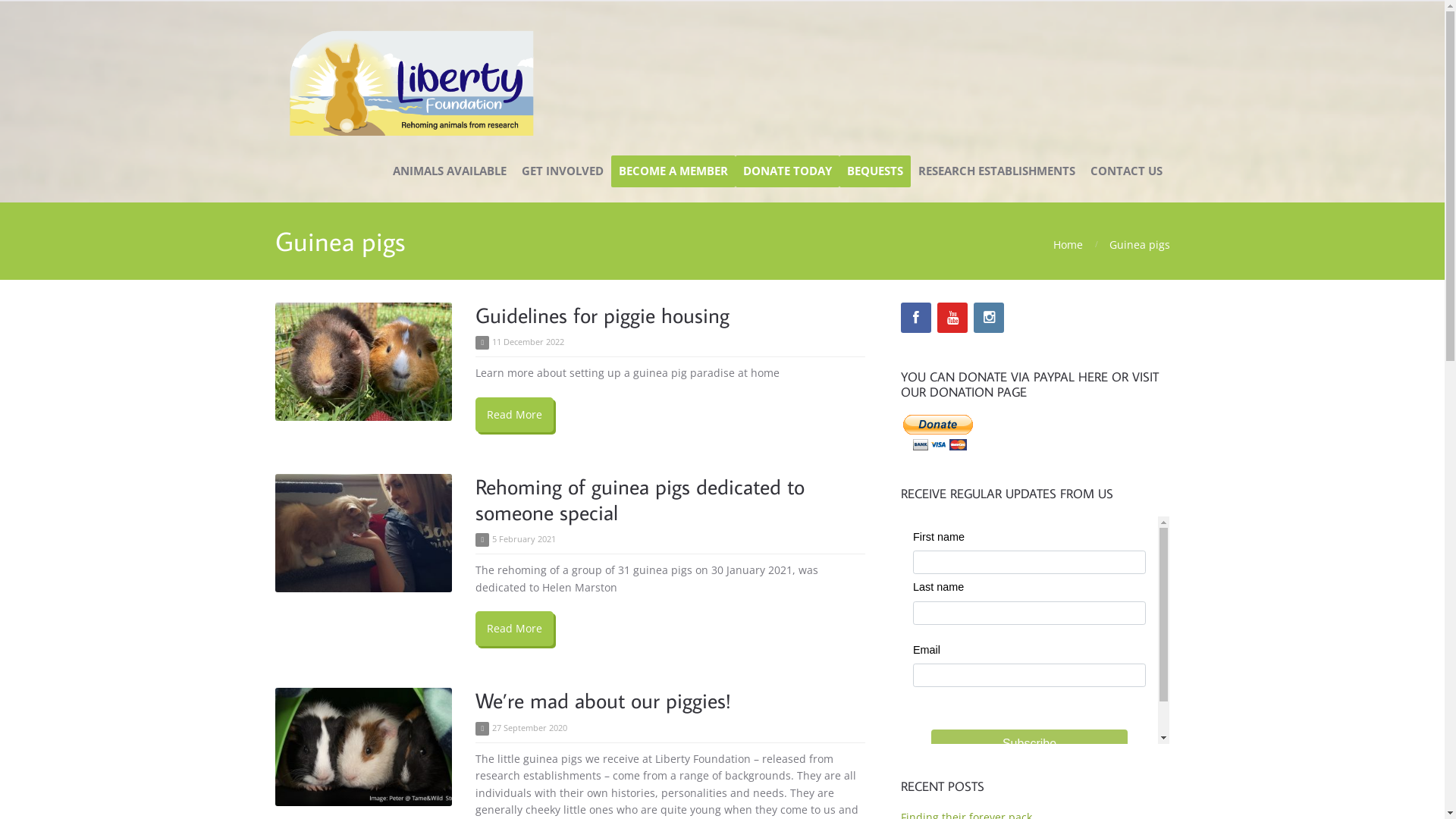  Describe the element at coordinates (1109, 243) in the screenshot. I see `'Guinea pigs'` at that location.